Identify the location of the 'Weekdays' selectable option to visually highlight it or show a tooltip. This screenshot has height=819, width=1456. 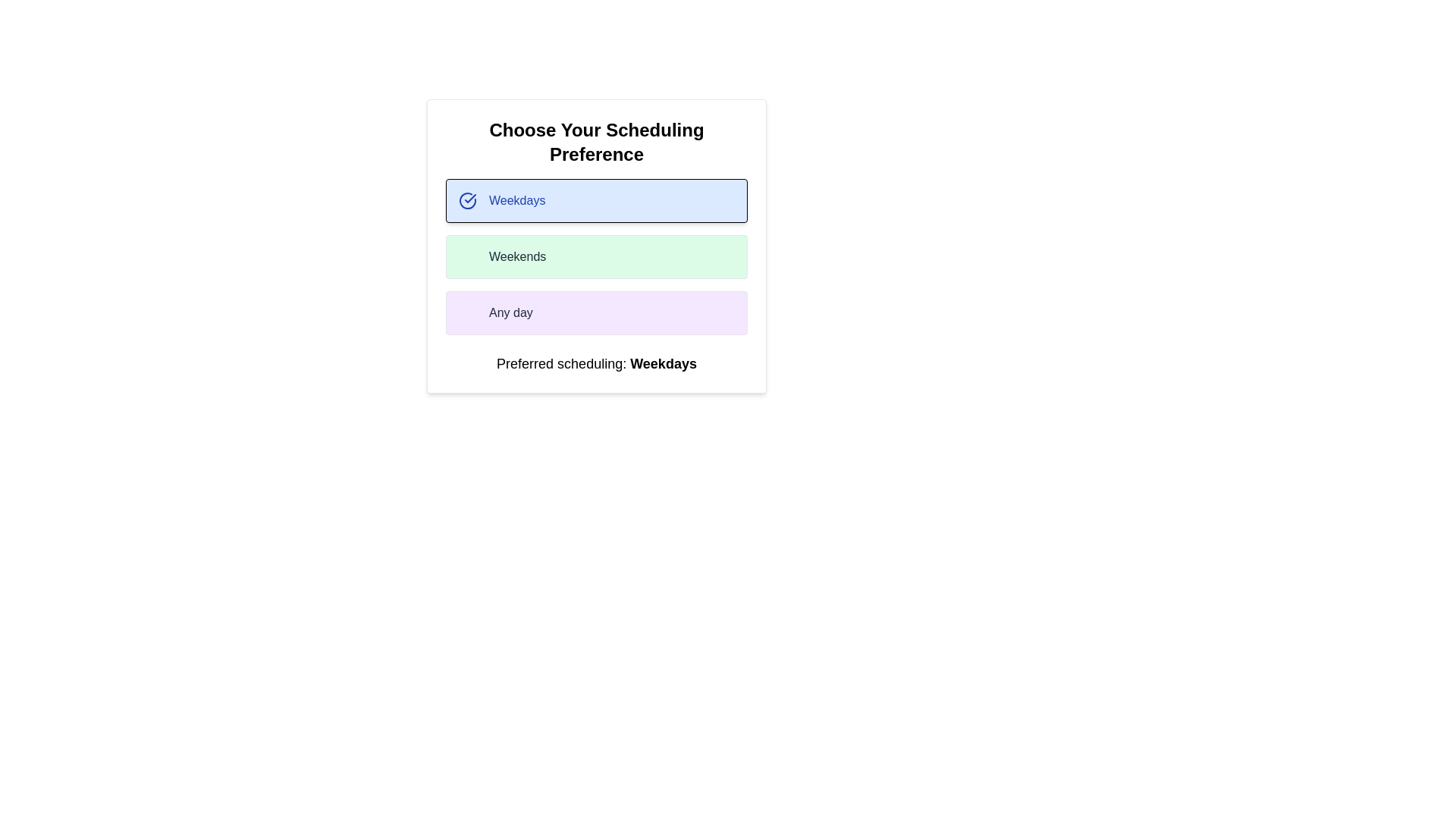
(596, 200).